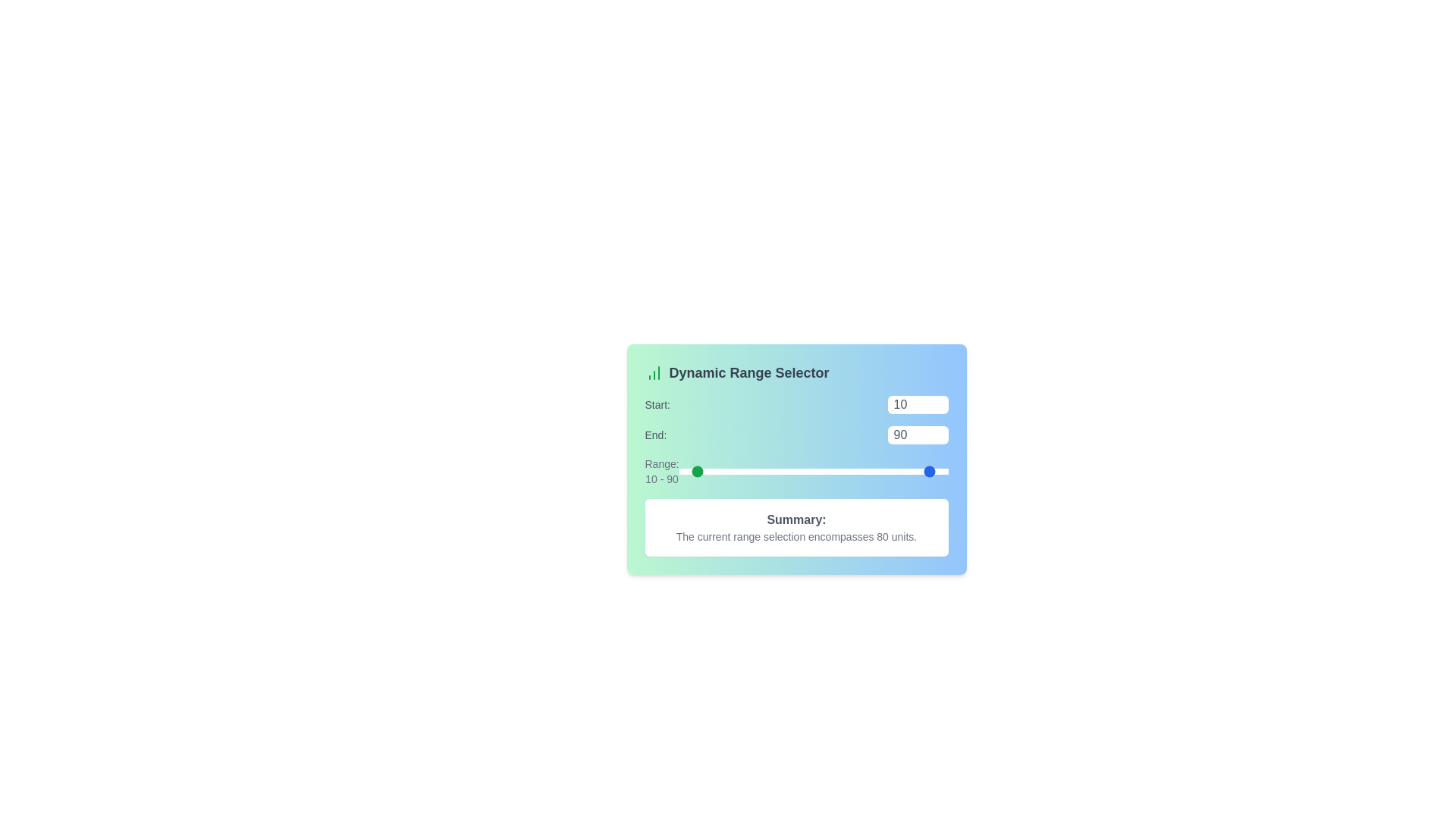 The width and height of the screenshot is (1456, 819). I want to click on the 'Start' range value to 85 using the input box, so click(917, 403).